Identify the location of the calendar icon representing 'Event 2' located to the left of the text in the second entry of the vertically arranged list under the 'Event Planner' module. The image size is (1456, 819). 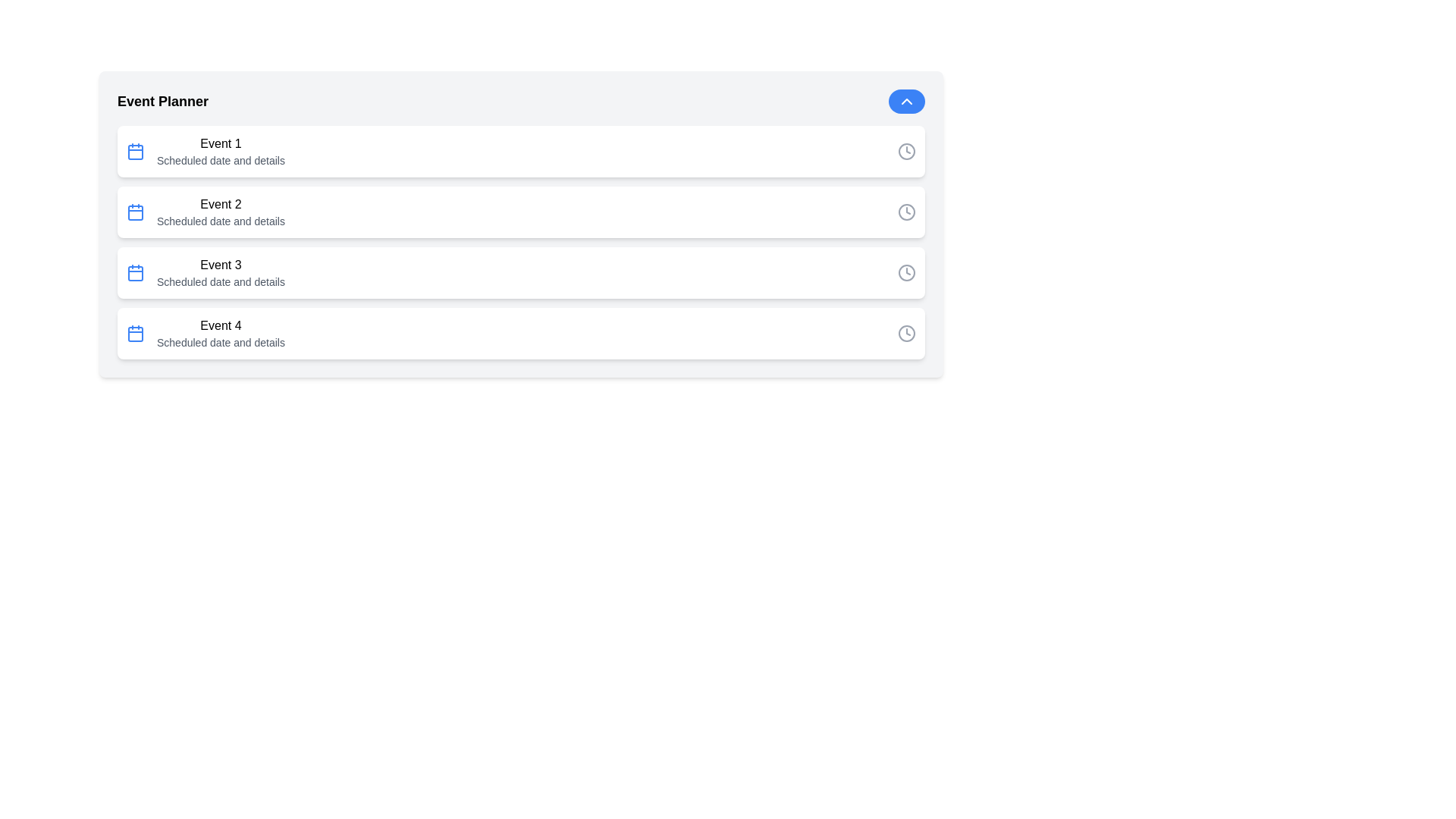
(135, 212).